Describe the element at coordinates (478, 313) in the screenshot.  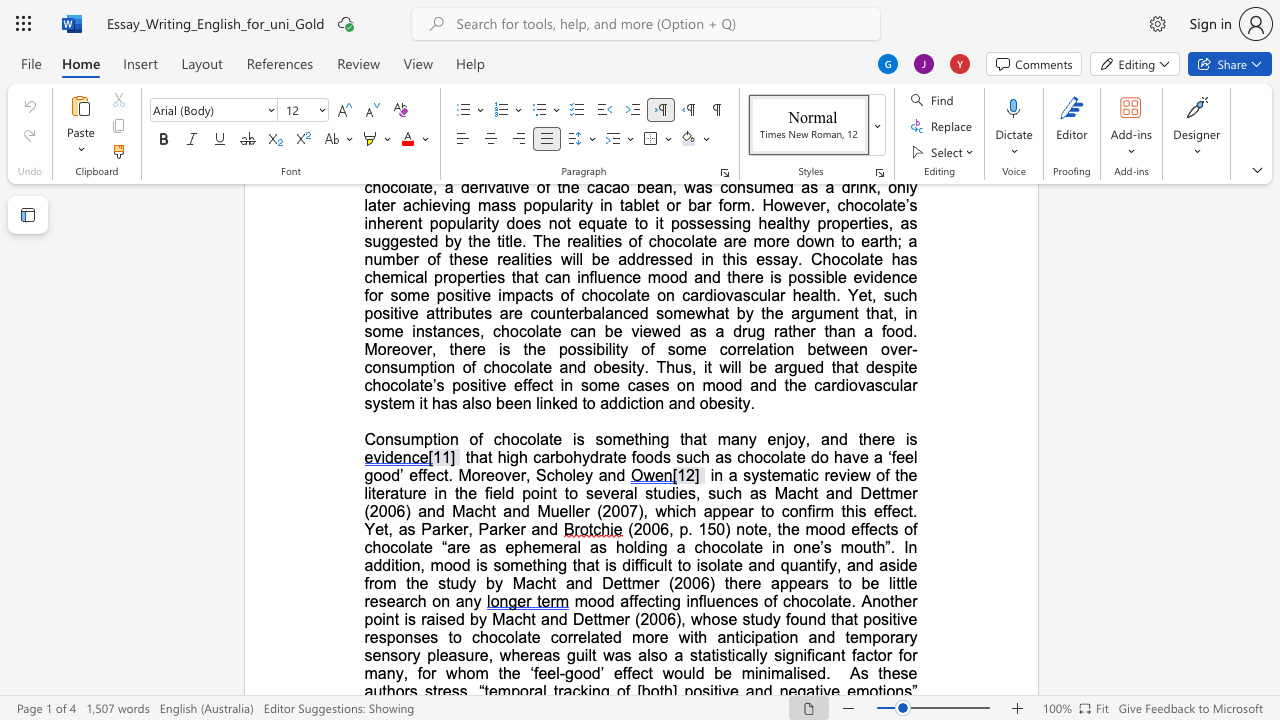
I see `the 7th character "e" in the text` at that location.